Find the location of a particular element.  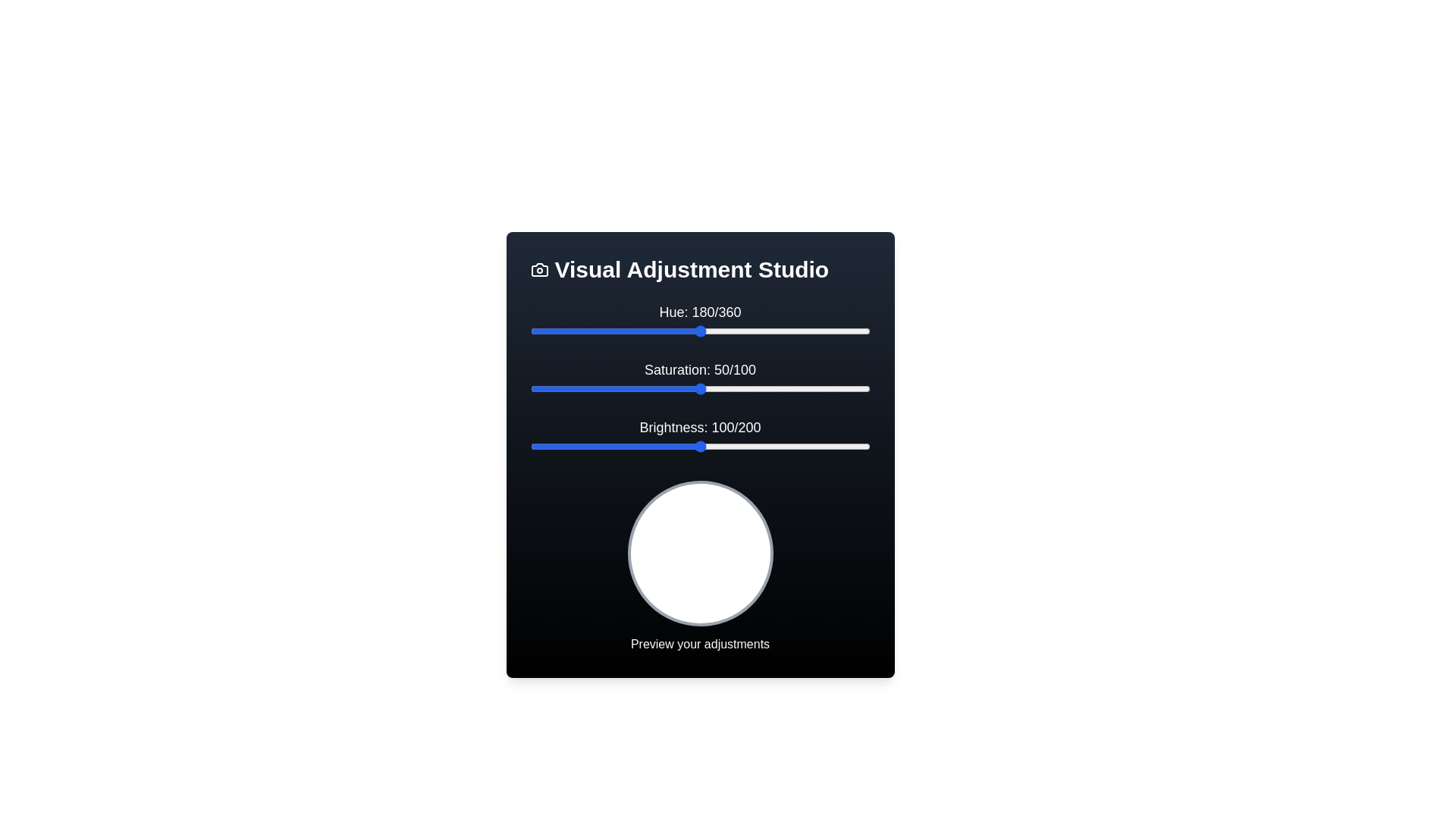

the 'Brightness' slider to 107 value is located at coordinates (711, 446).